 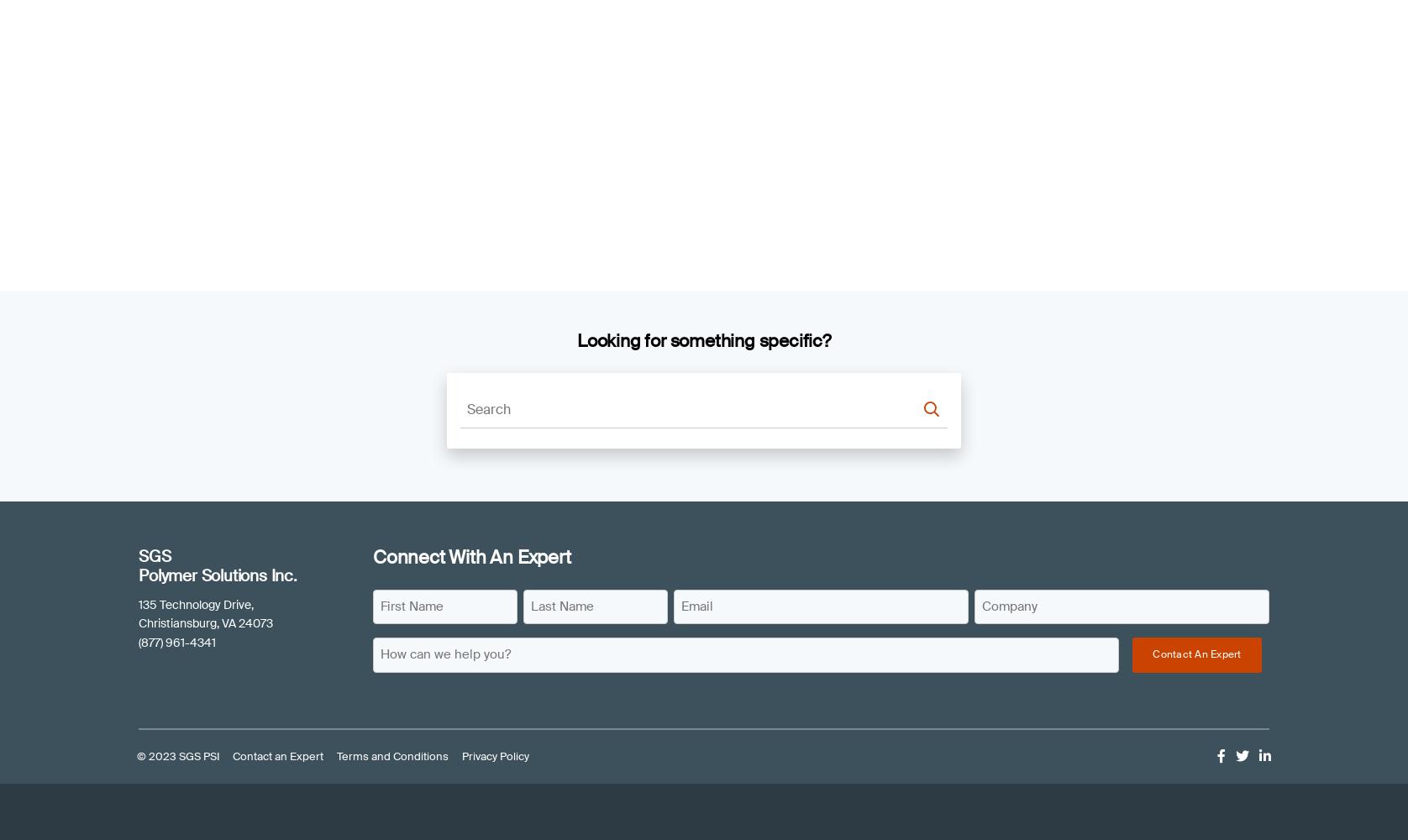 What do you see at coordinates (176, 756) in the screenshot?
I see `'© 2023 SGS PSI'` at bounding box center [176, 756].